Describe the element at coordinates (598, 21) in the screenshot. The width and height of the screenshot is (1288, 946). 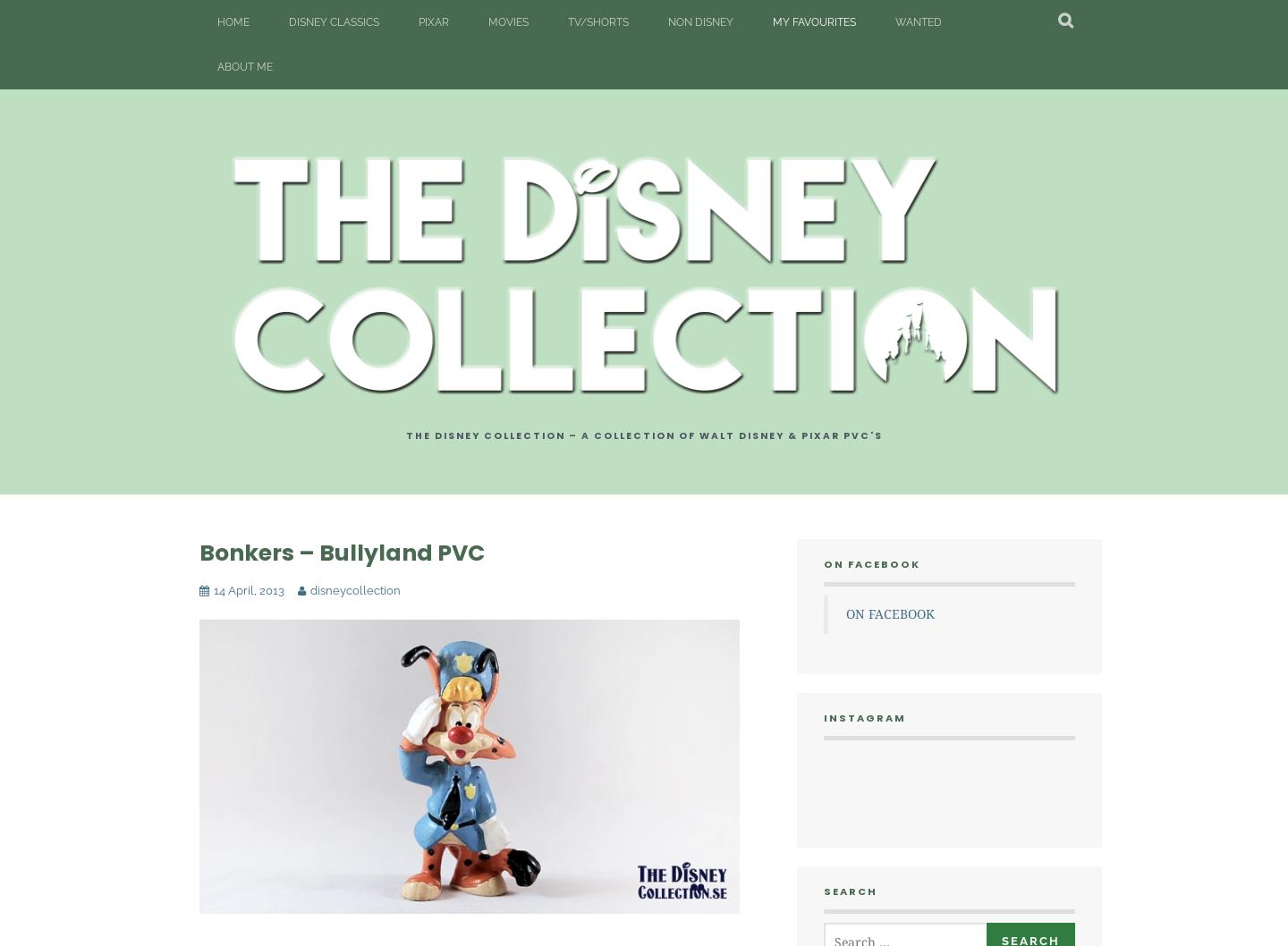
I see `'TV/Shorts'` at that location.